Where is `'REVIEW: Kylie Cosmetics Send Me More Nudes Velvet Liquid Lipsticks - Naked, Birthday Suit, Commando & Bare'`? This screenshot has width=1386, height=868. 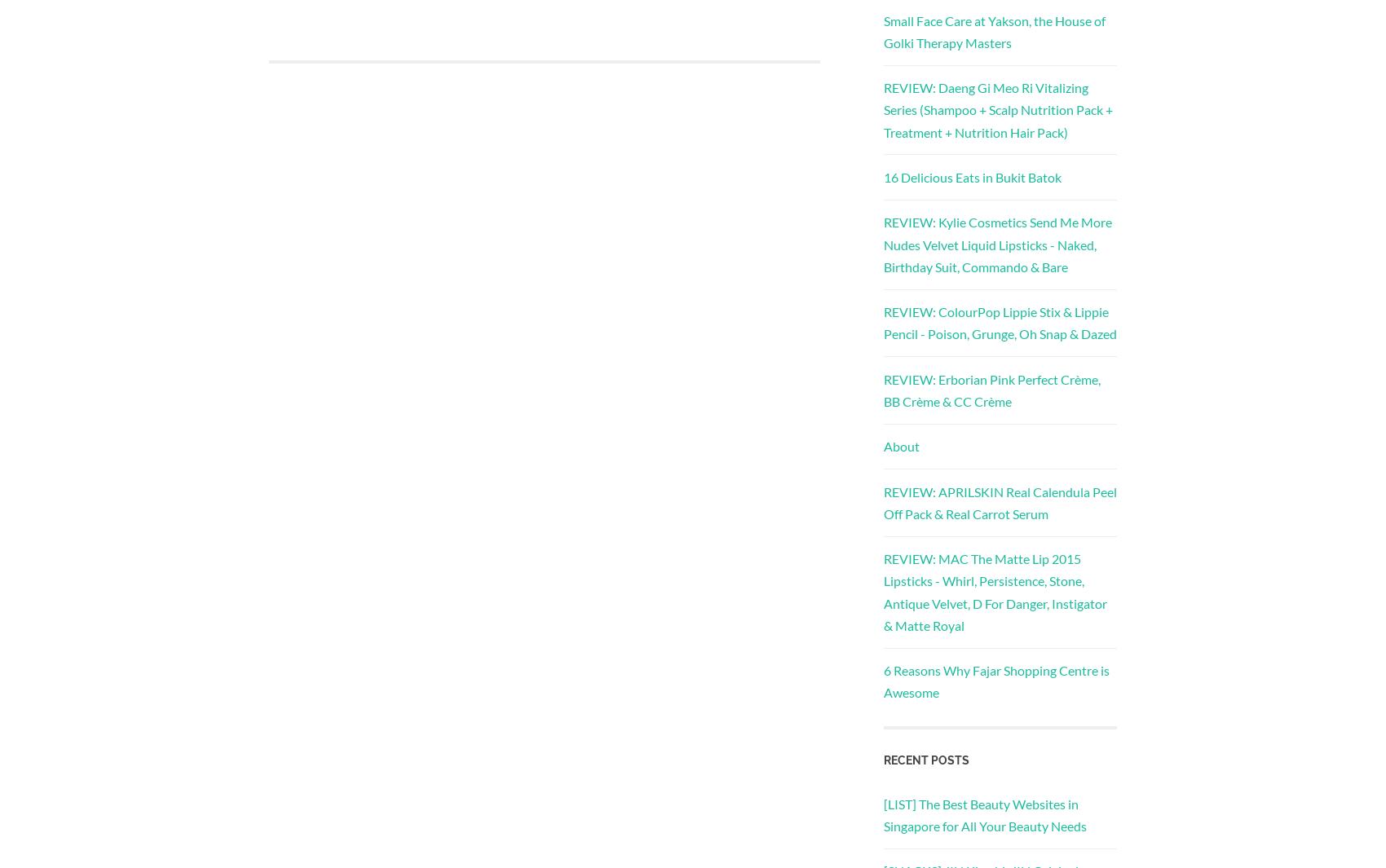
'REVIEW: Kylie Cosmetics Send Me More Nudes Velvet Liquid Lipsticks - Naked, Birthday Suit, Commando & Bare' is located at coordinates (997, 243).